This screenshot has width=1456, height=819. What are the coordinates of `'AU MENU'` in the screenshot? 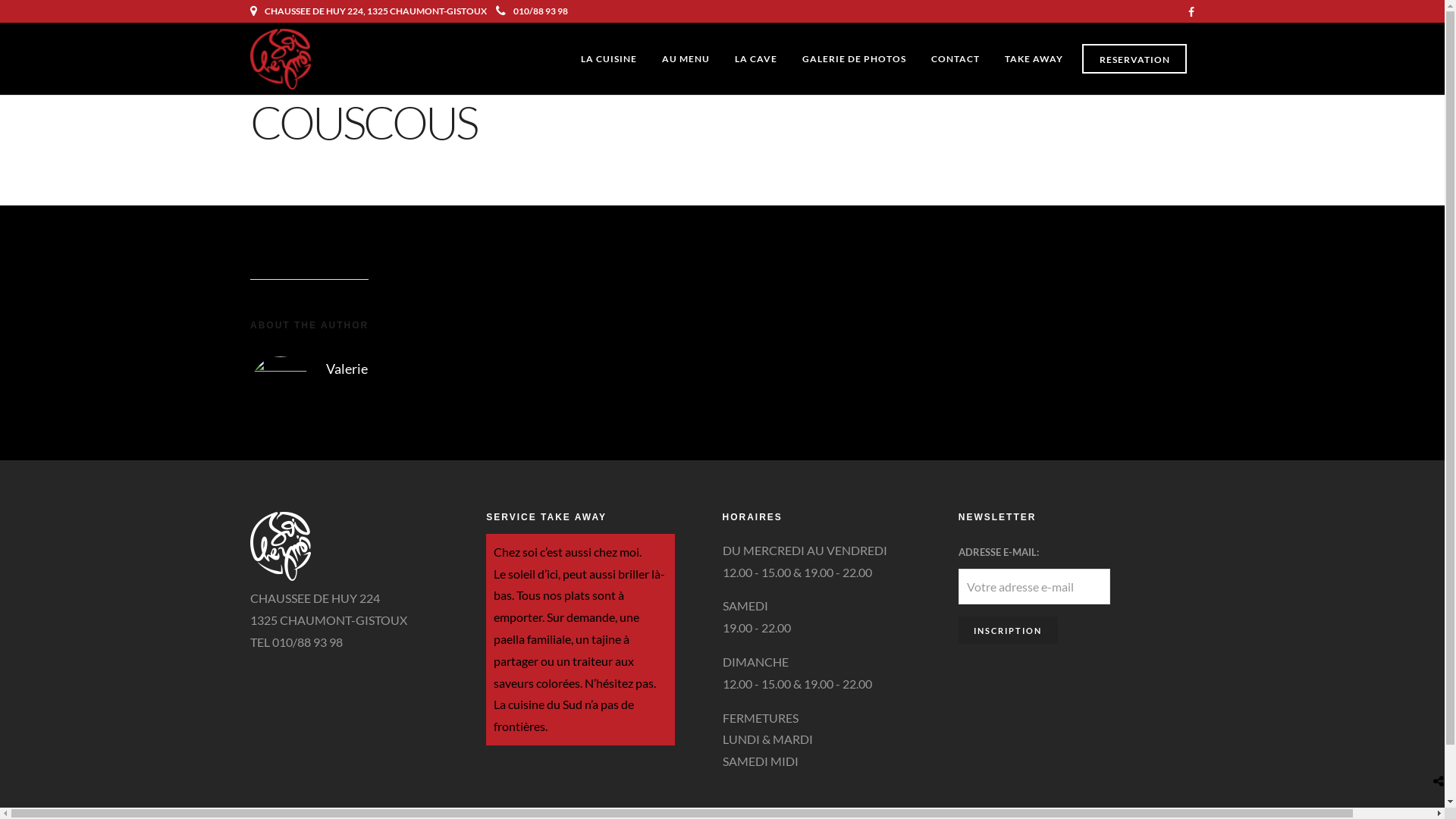 It's located at (651, 58).